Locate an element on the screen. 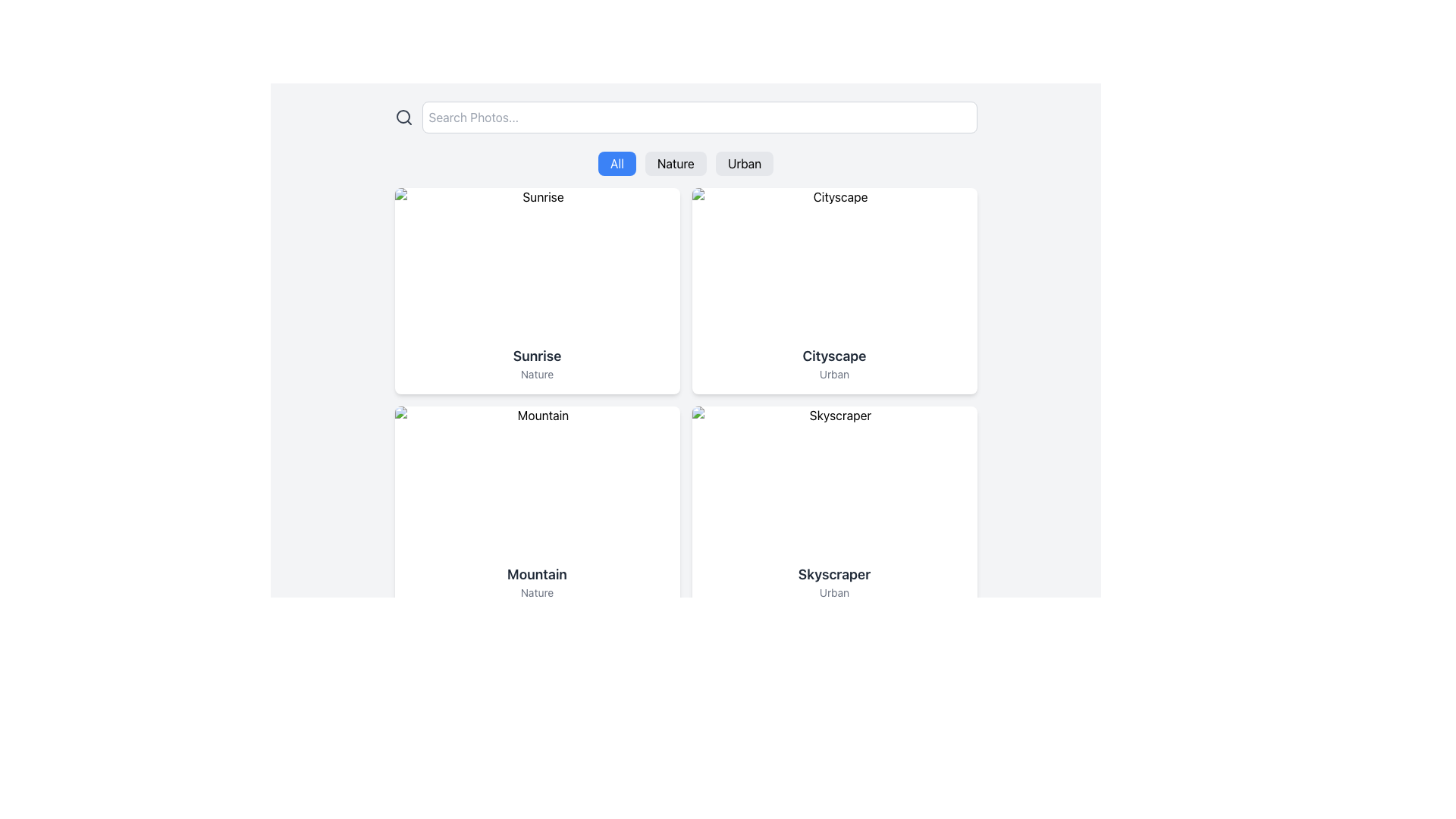  the text label displaying 'Urban', which is styled with a light gray font and located below the bold 'Skyscraper' text in the bottom-right card of a four-card grid layout is located at coordinates (833, 592).